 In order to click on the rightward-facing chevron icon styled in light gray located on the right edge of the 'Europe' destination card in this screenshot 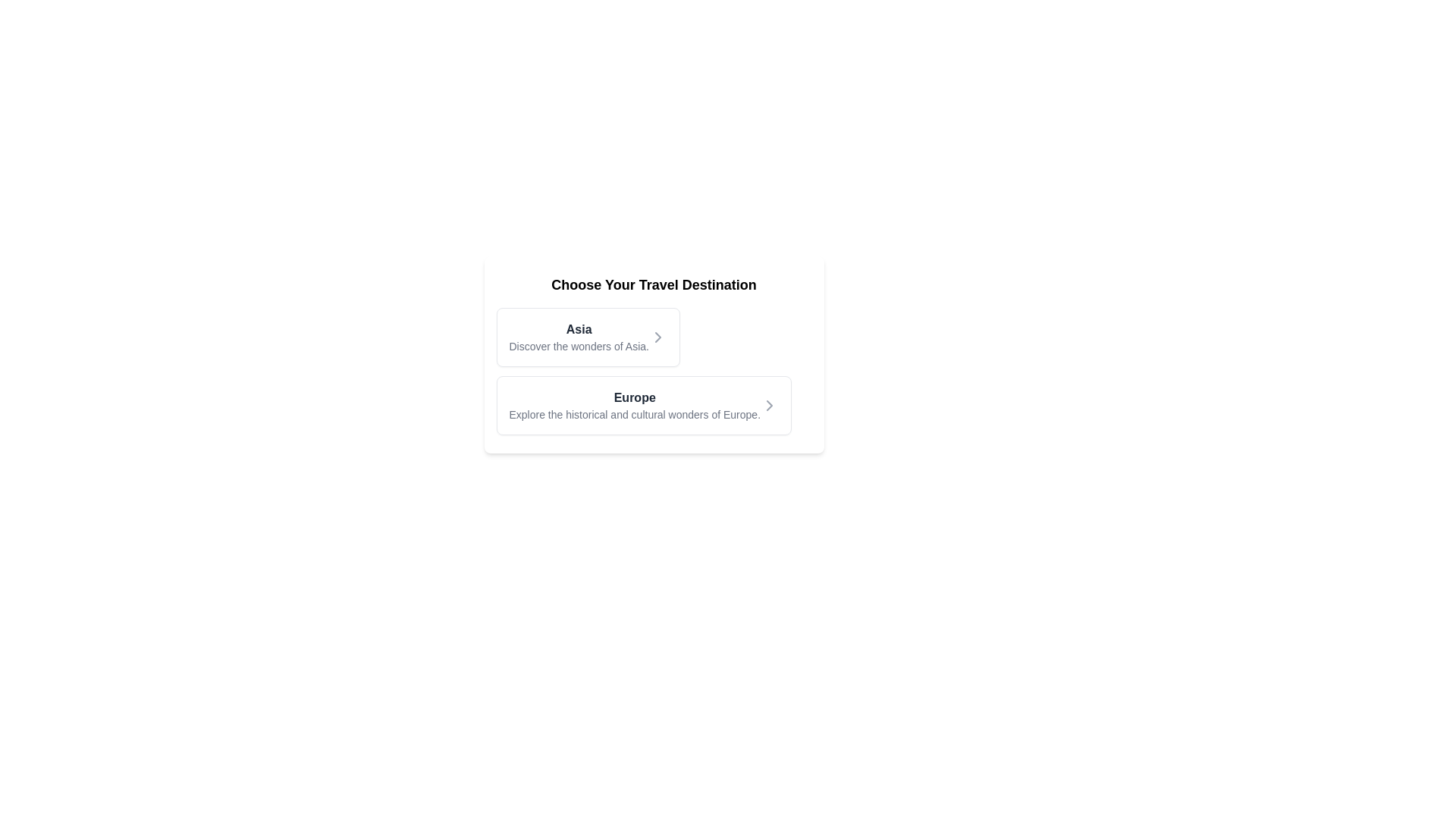, I will do `click(770, 405)`.